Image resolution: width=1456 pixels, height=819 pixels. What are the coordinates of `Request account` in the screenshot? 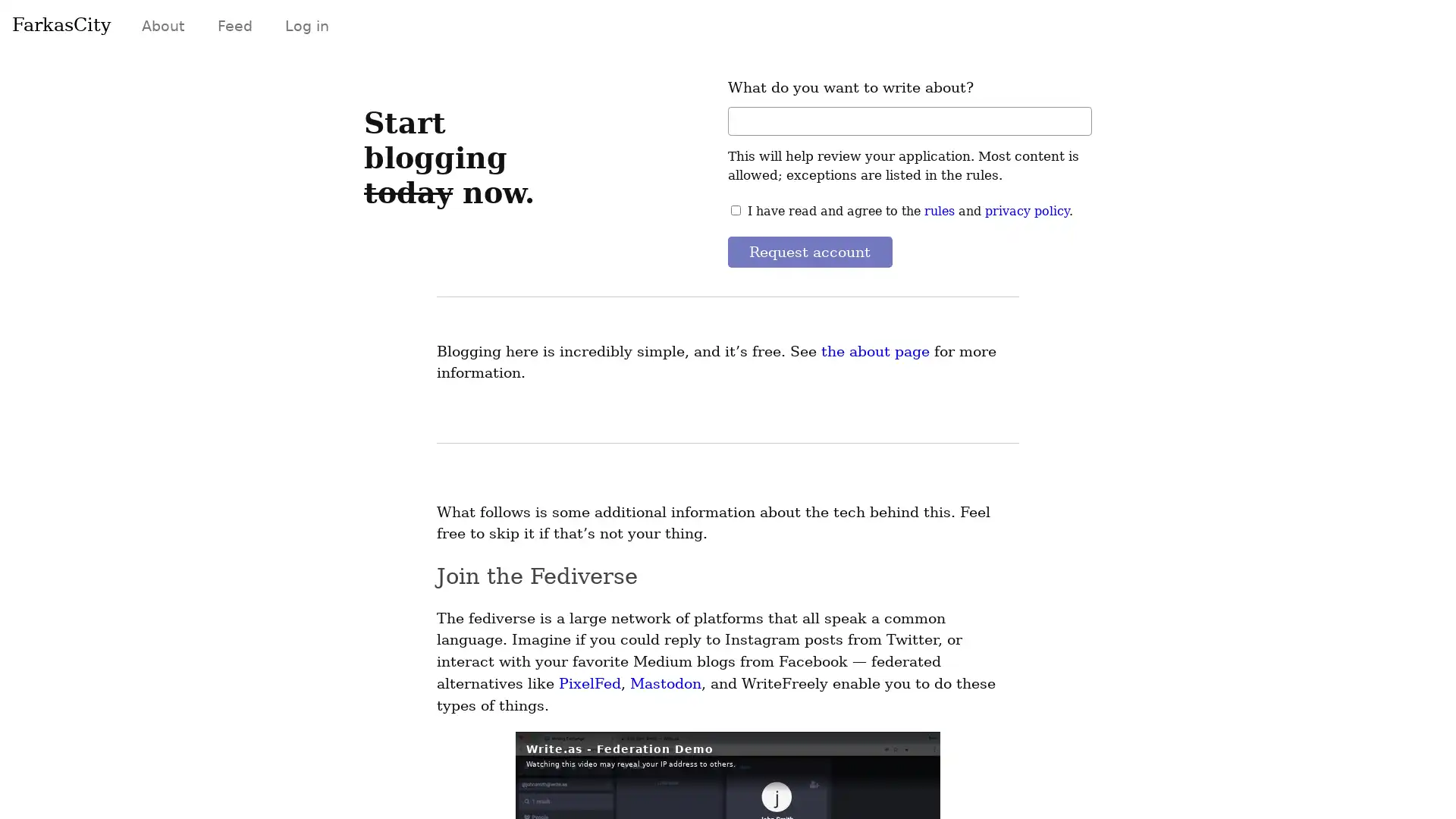 It's located at (809, 251).